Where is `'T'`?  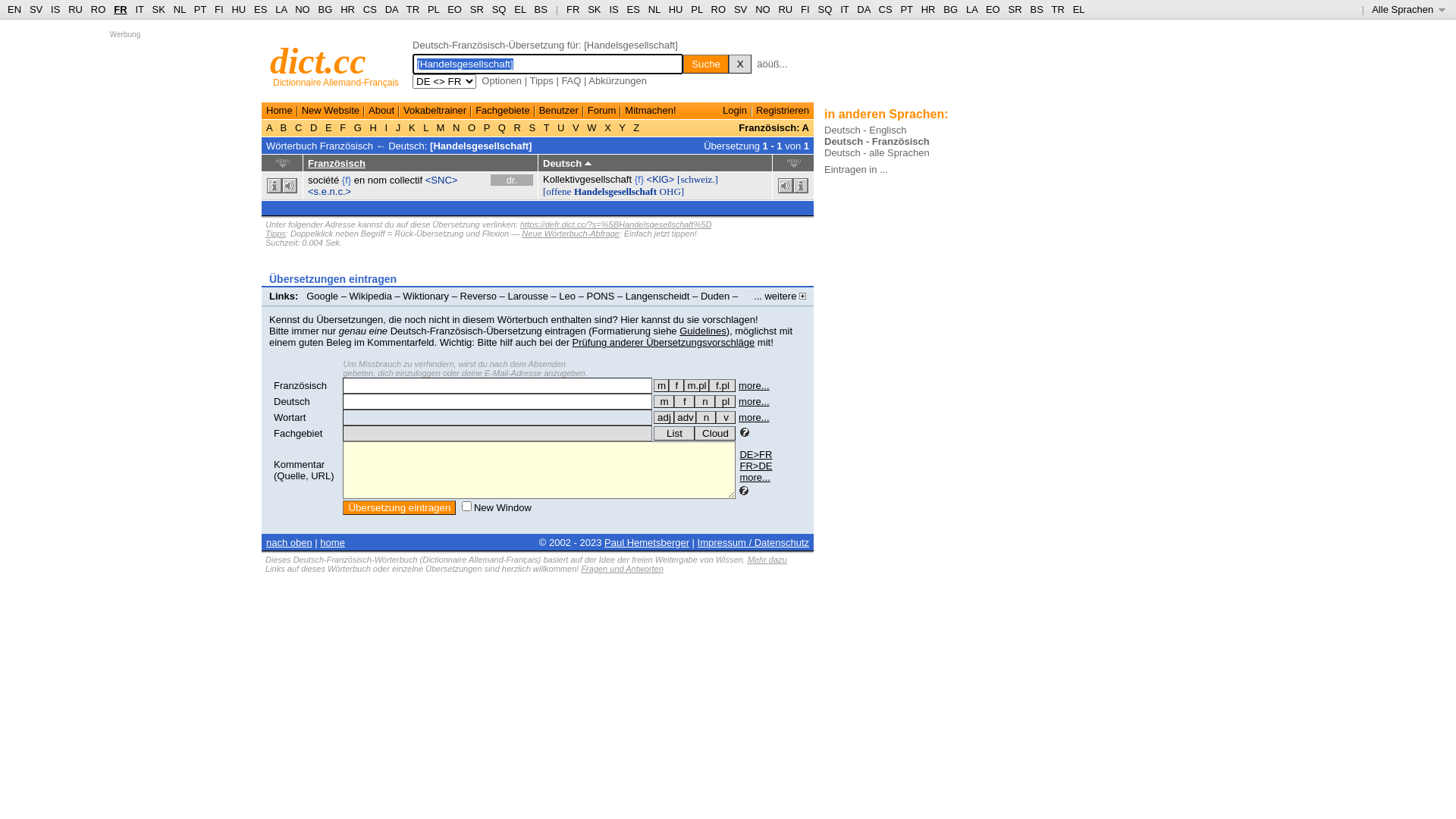 'T' is located at coordinates (546, 127).